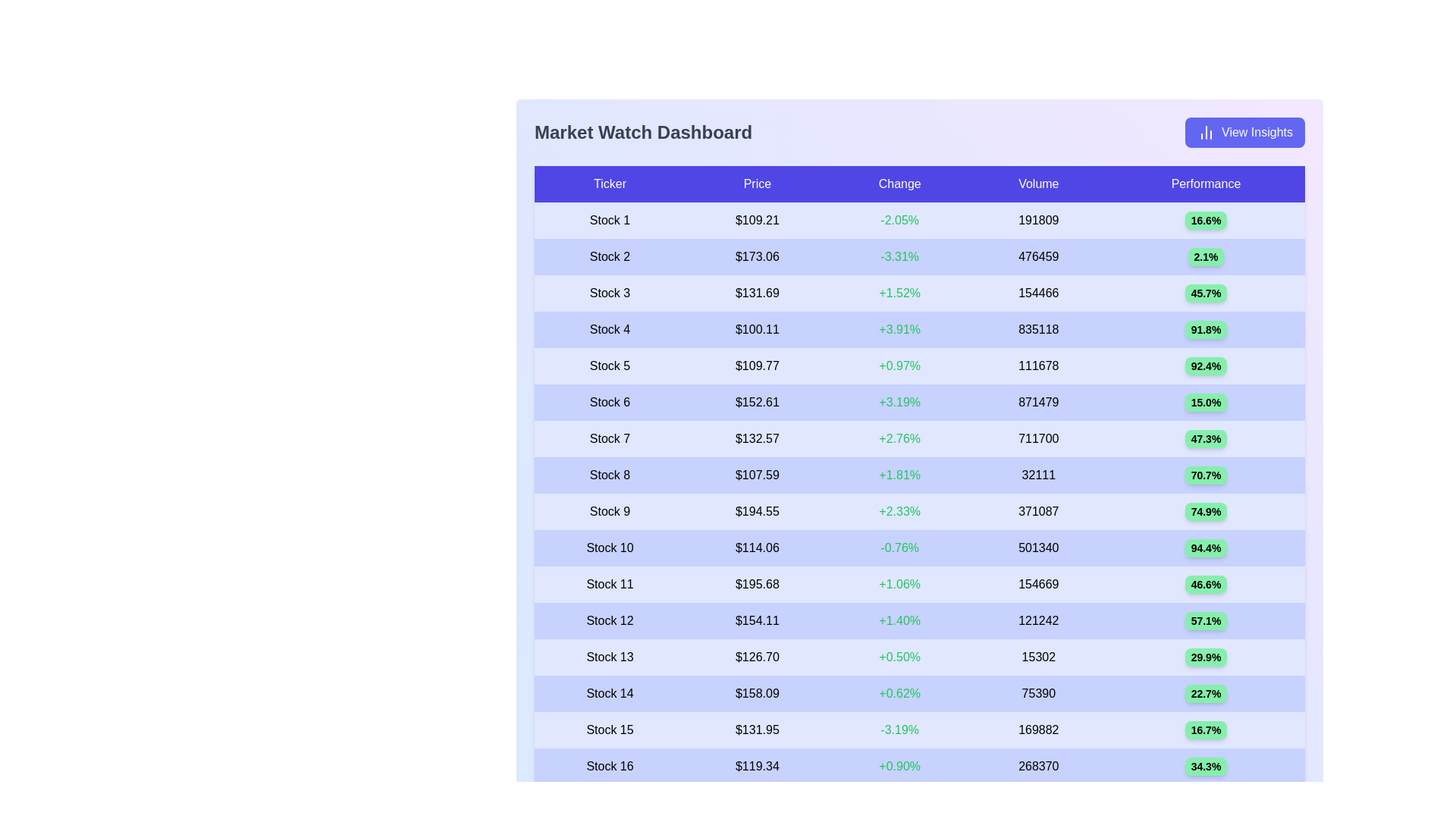 Image resolution: width=1456 pixels, height=819 pixels. I want to click on the 'View Insights' button, so click(1244, 131).